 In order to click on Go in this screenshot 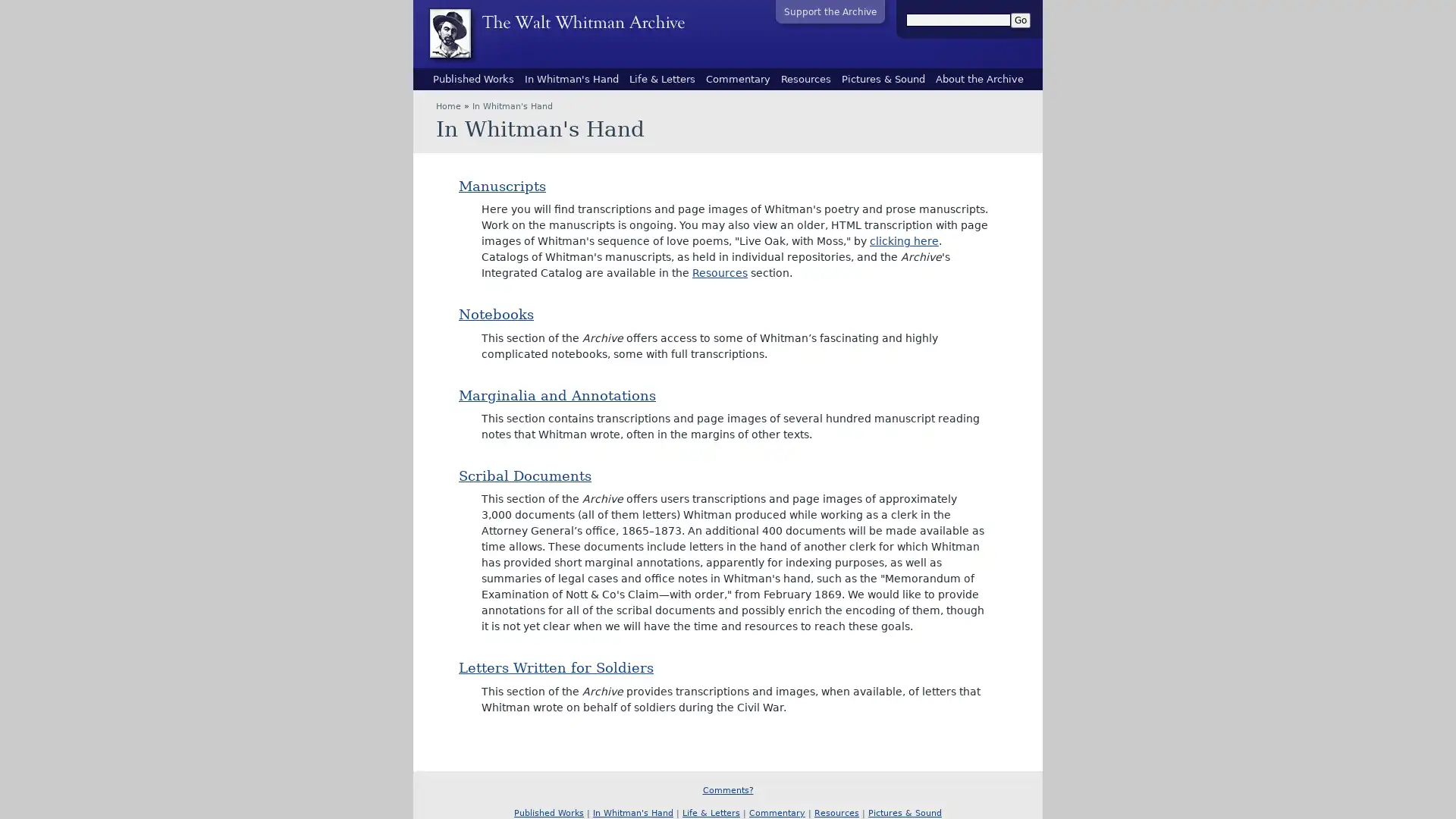, I will do `click(1020, 20)`.